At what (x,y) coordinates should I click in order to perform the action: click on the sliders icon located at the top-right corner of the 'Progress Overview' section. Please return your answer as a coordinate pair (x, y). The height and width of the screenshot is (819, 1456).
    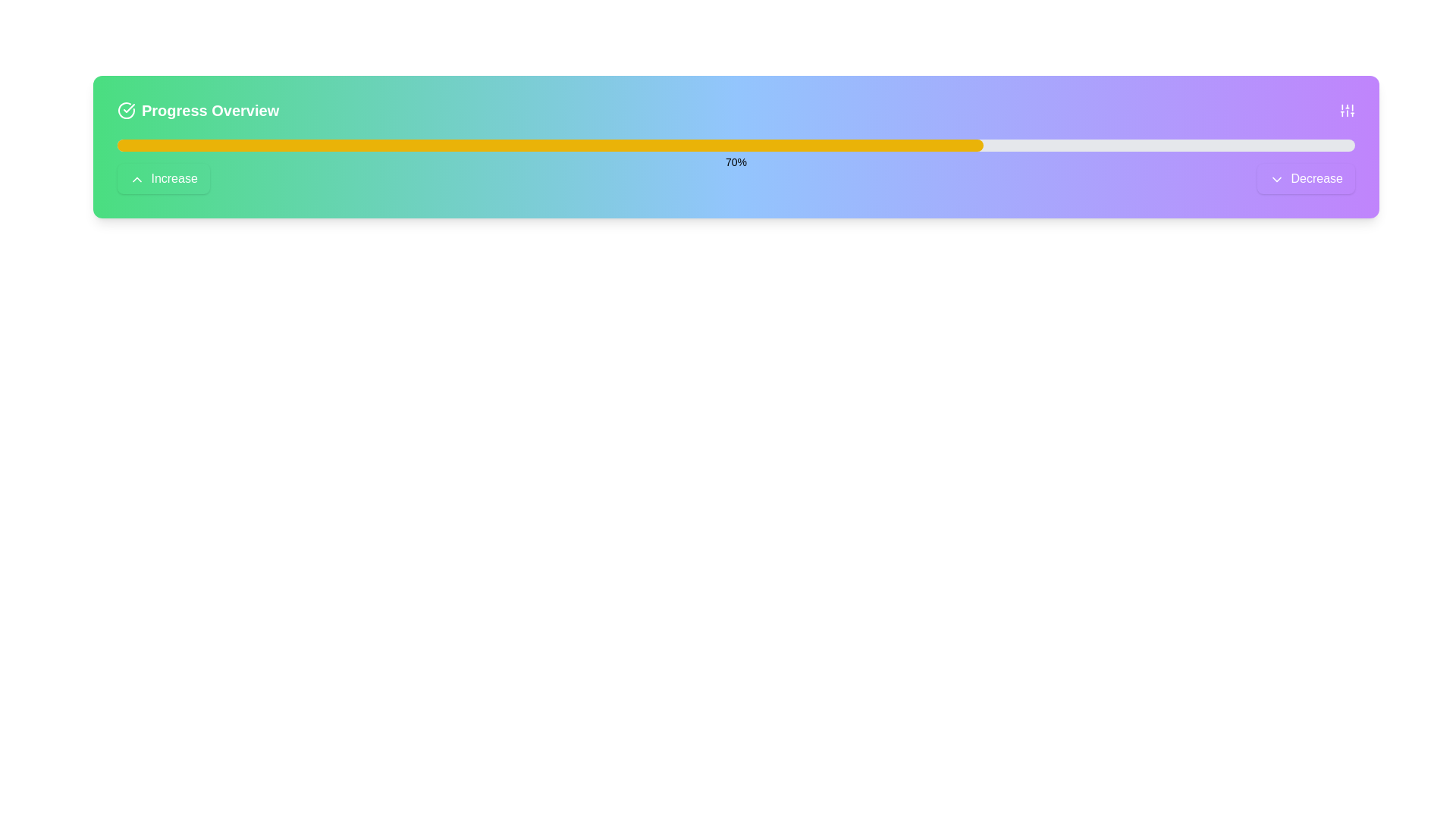
    Looking at the image, I should click on (1347, 110).